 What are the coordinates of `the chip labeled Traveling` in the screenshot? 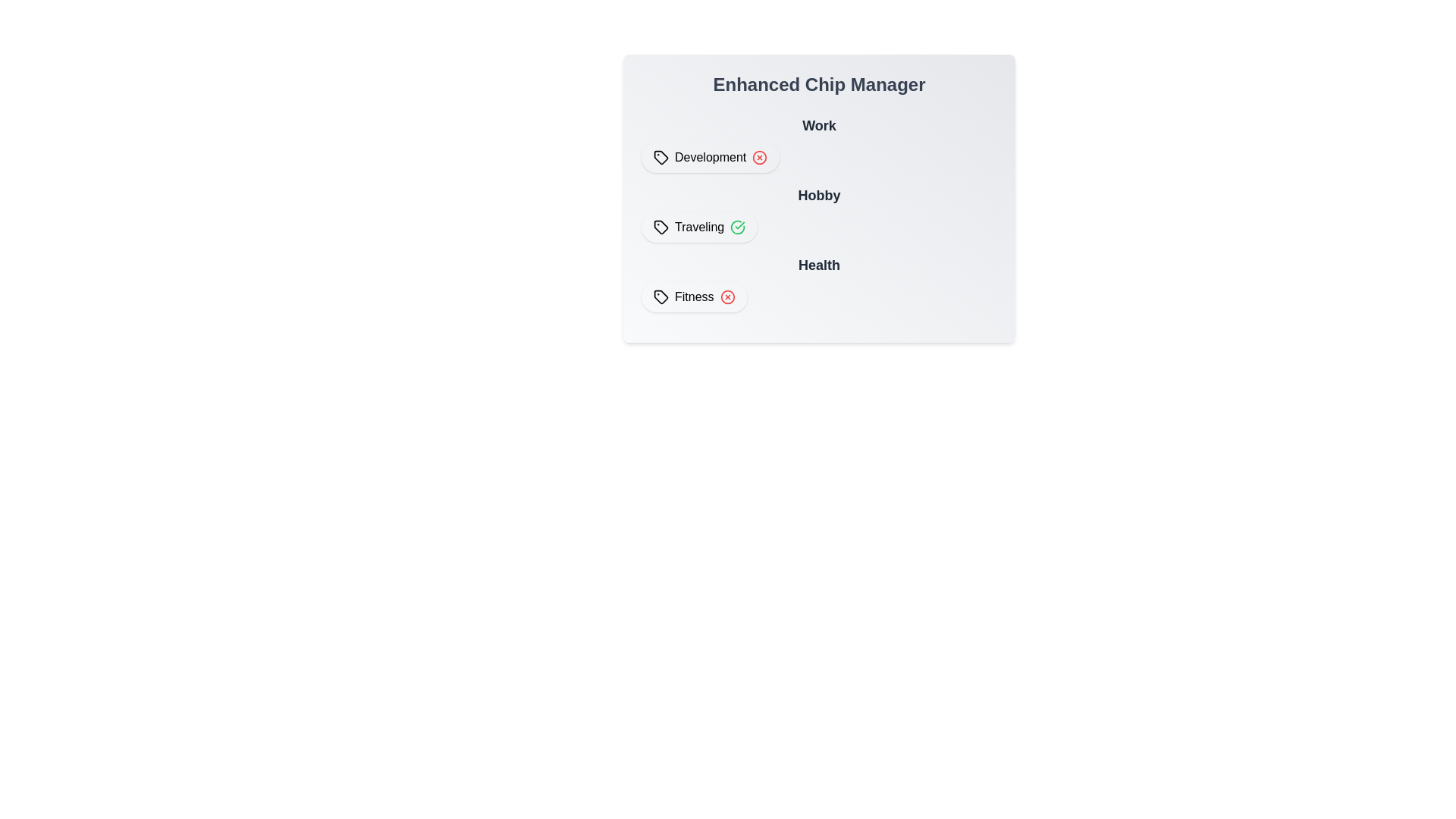 It's located at (698, 227).